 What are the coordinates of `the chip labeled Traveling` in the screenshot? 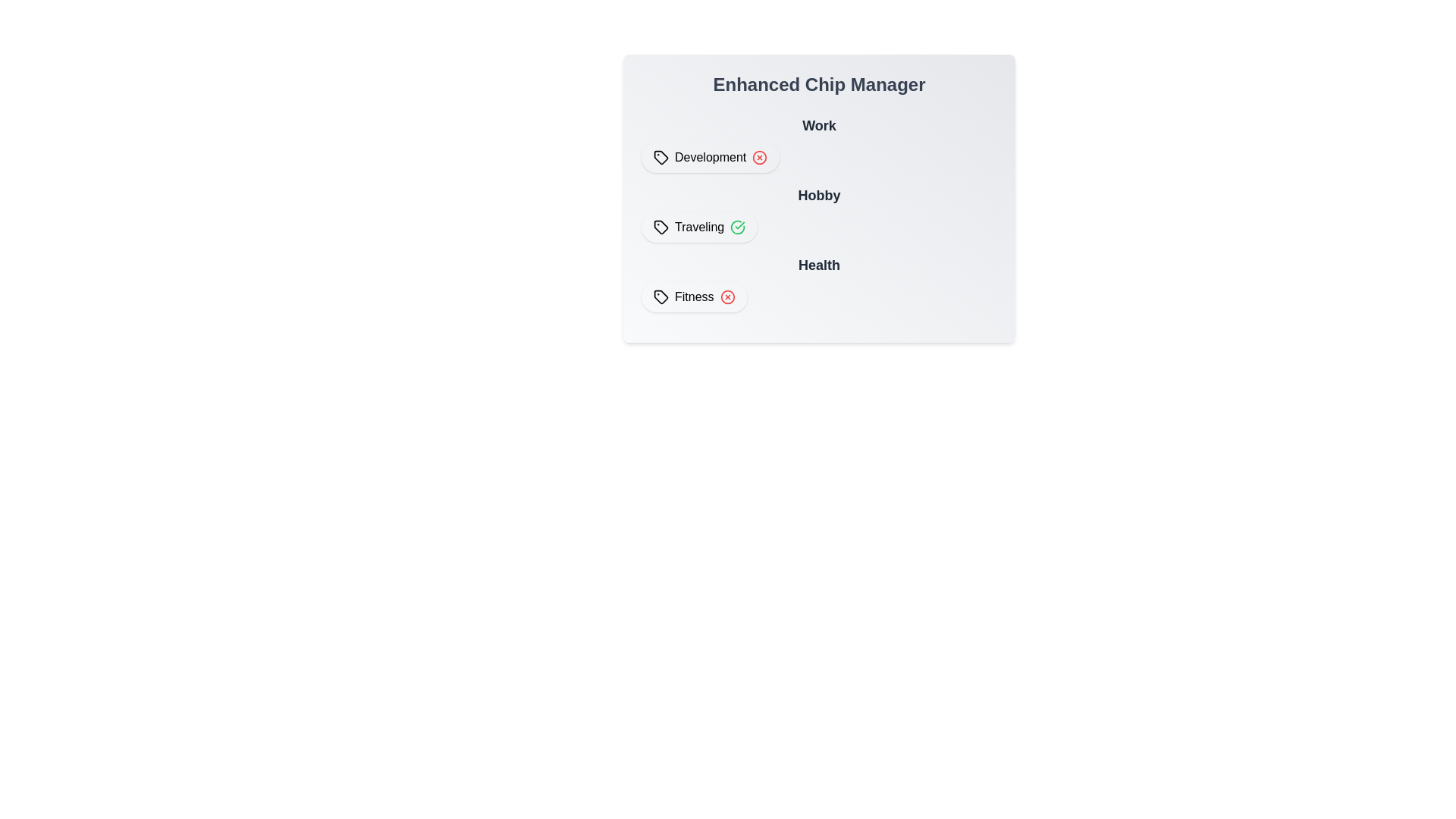 It's located at (698, 227).